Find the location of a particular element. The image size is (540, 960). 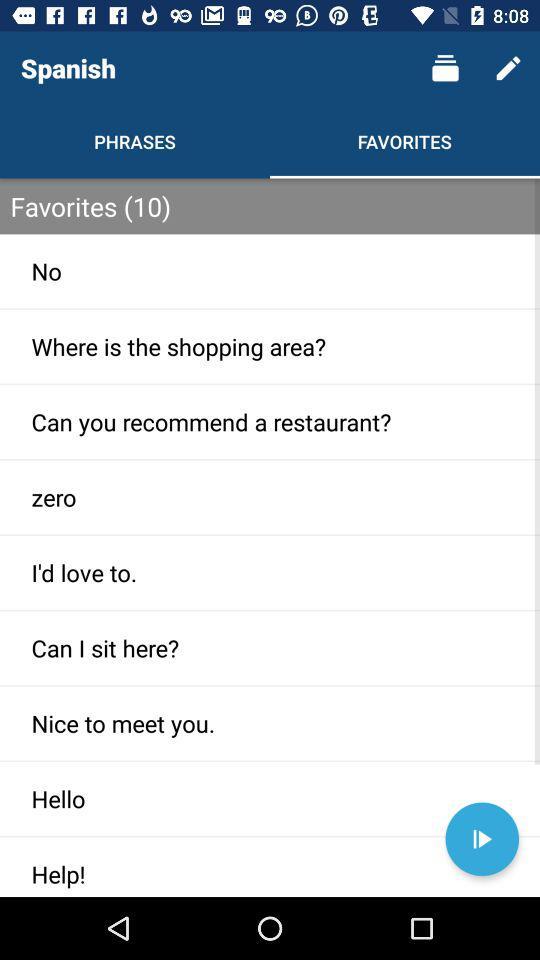

the item next to the spanish icon is located at coordinates (445, 68).